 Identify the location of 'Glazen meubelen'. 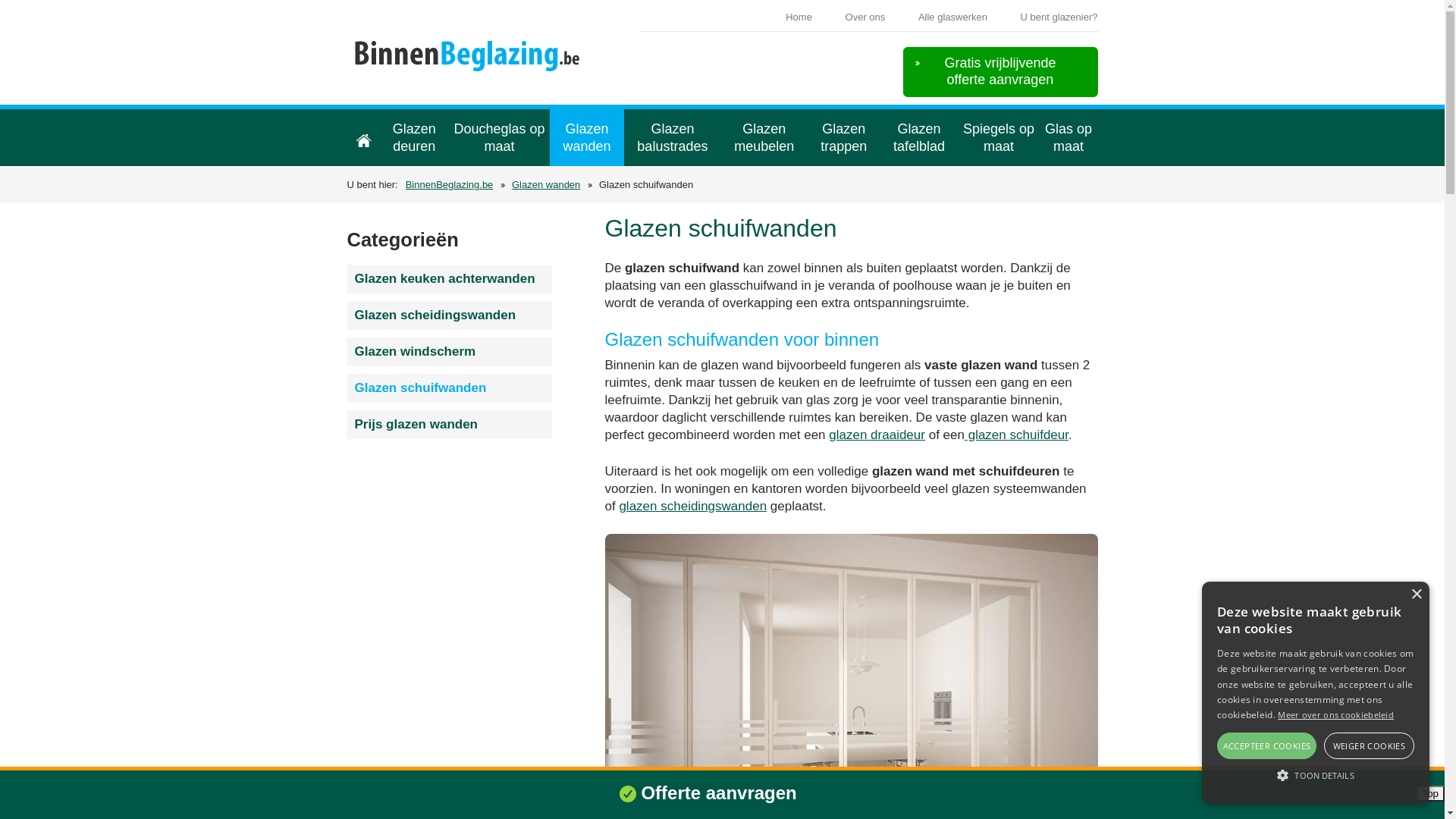
(720, 137).